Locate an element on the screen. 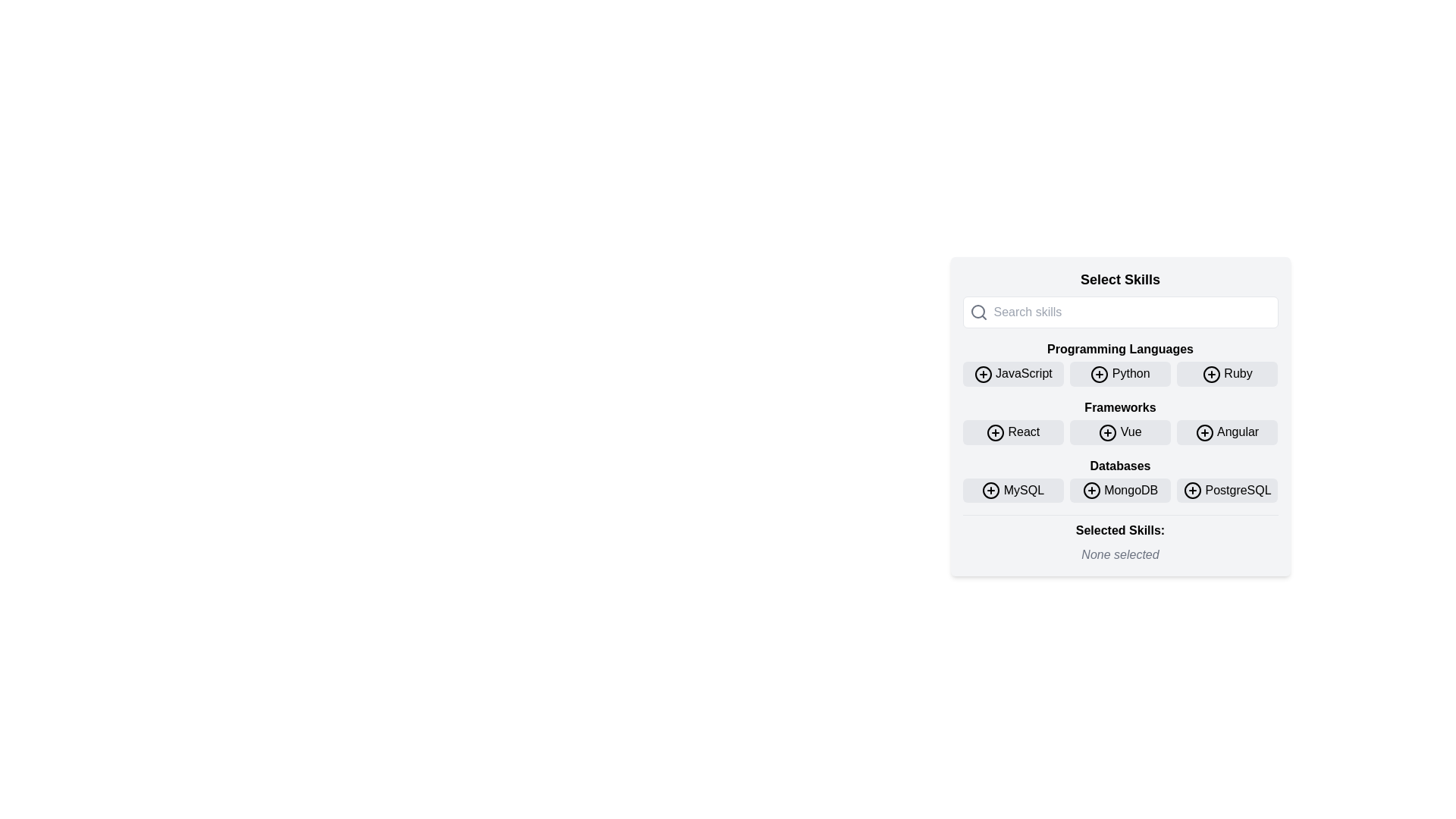  the Python icon button located to the left of the 'Python' text in the 'Programming Languages' section of the 'Select Skills' interface is located at coordinates (1100, 374).